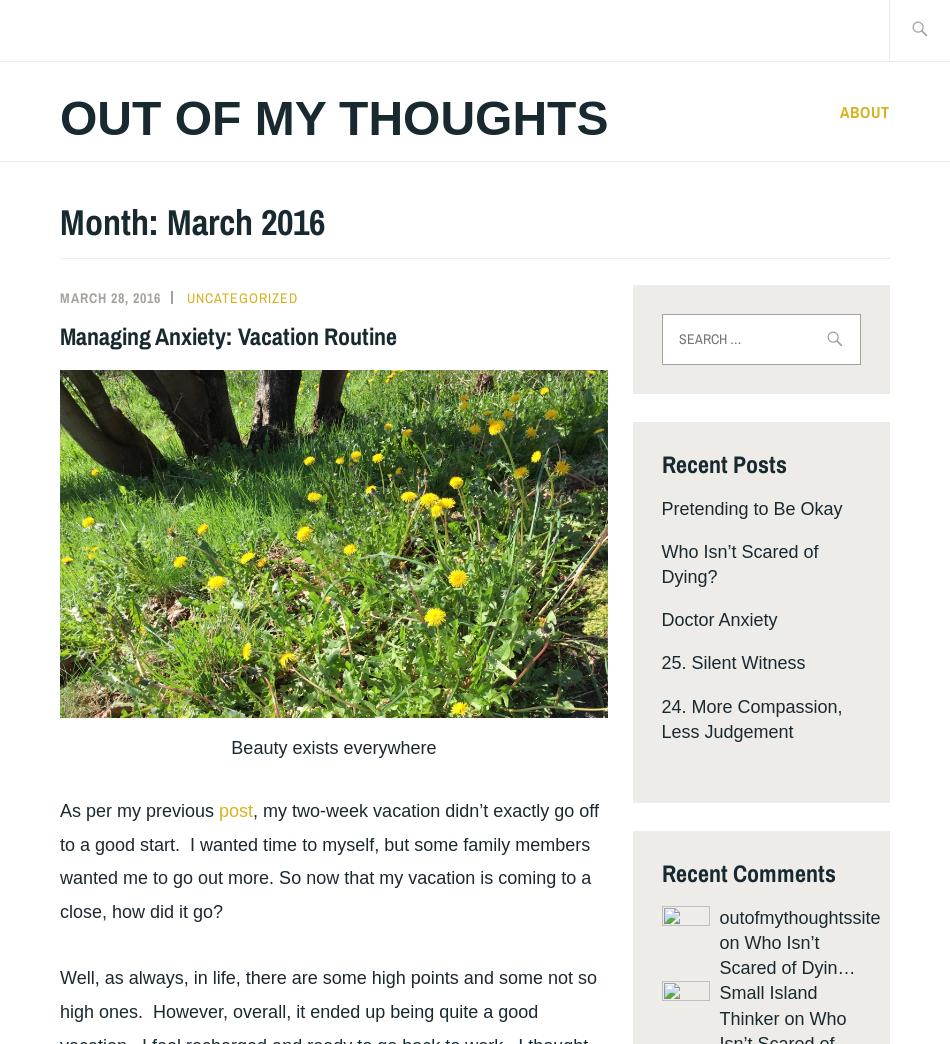 The image size is (950, 1044). What do you see at coordinates (766, 1005) in the screenshot?
I see `'Small Island Thinker'` at bounding box center [766, 1005].